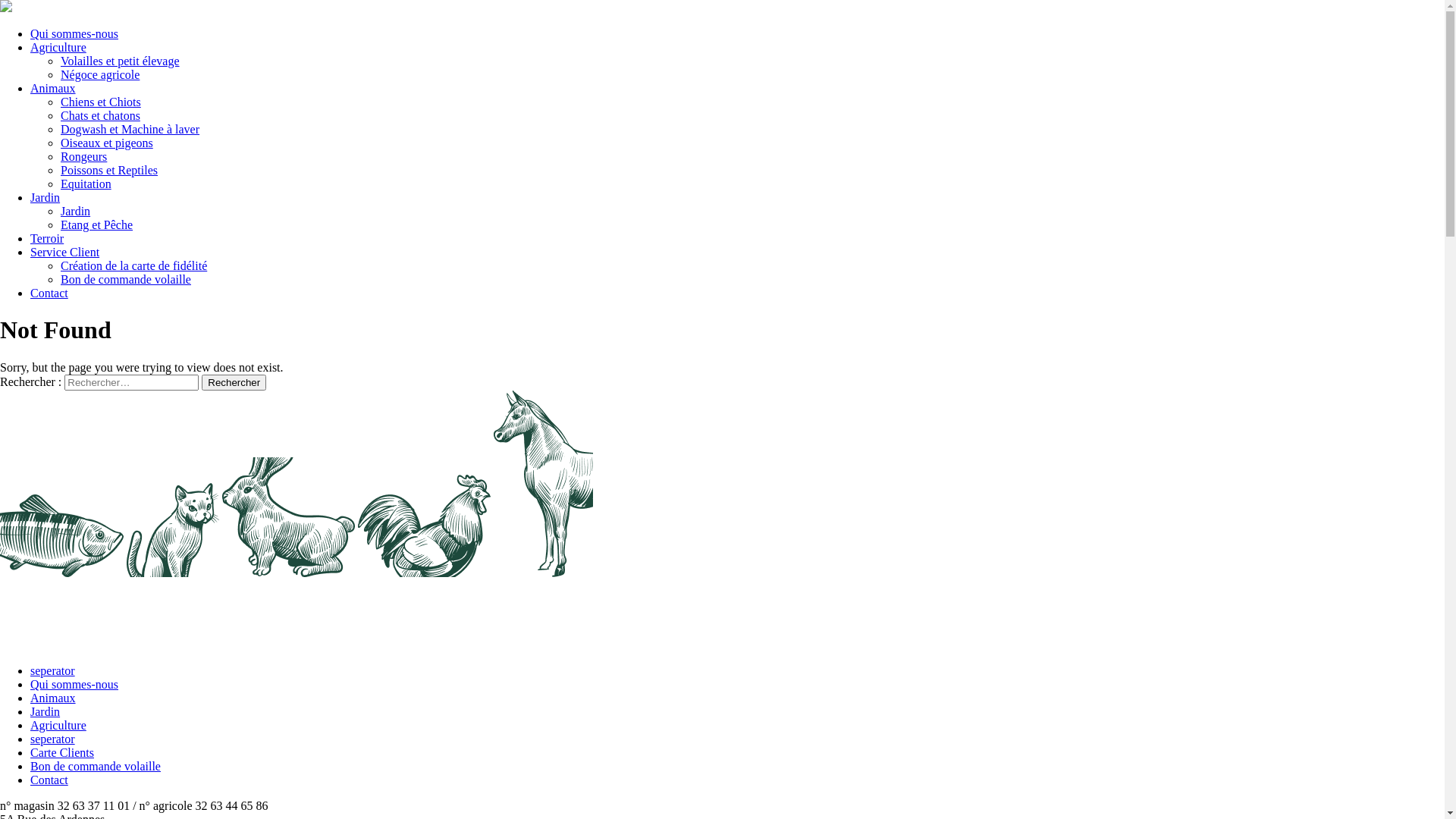 The image size is (1456, 819). What do you see at coordinates (30, 724) in the screenshot?
I see `'Agriculture'` at bounding box center [30, 724].